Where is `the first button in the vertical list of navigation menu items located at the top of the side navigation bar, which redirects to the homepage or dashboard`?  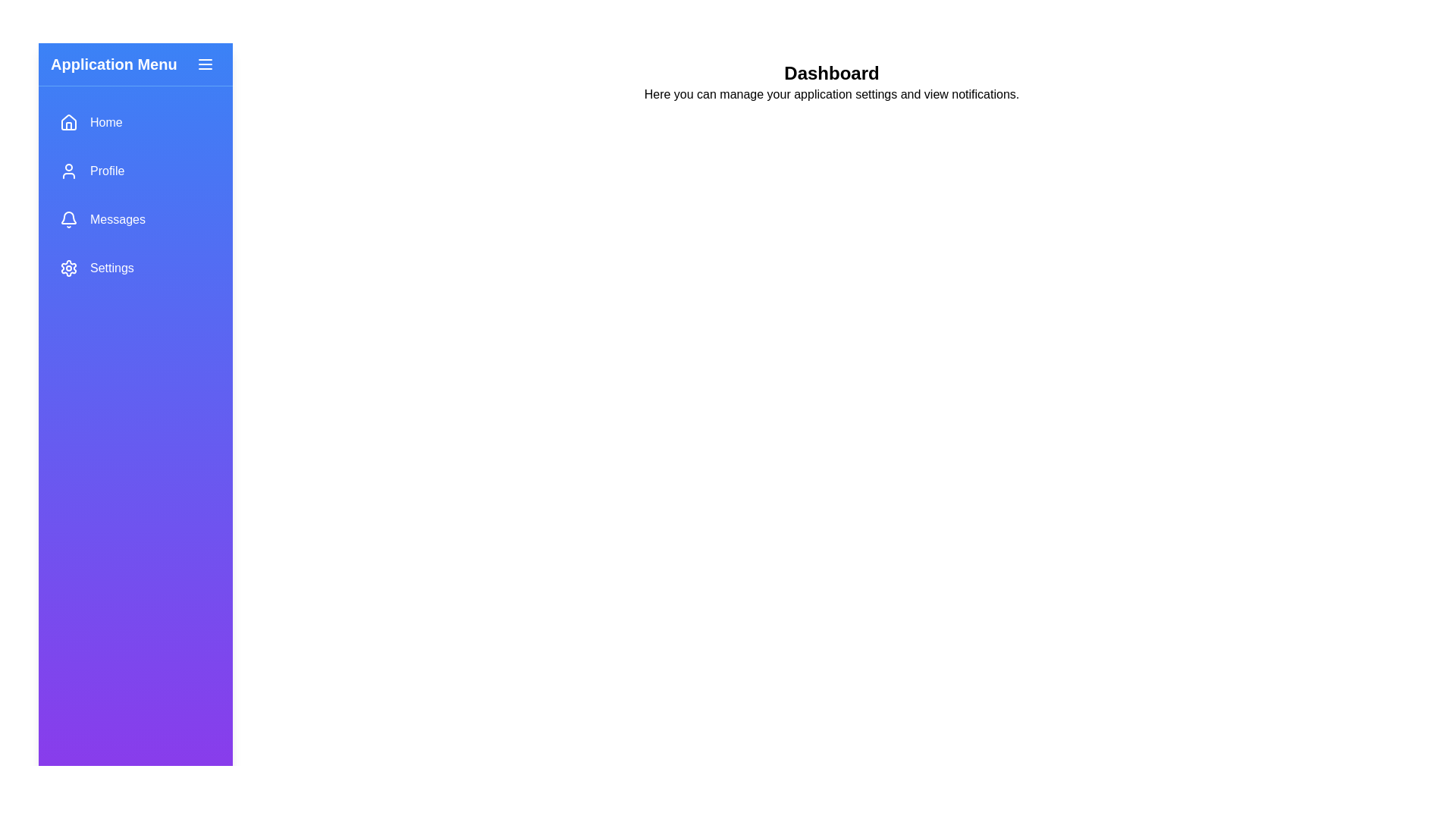 the first button in the vertical list of navigation menu items located at the top of the side navigation bar, which redirects to the homepage or dashboard is located at coordinates (135, 122).